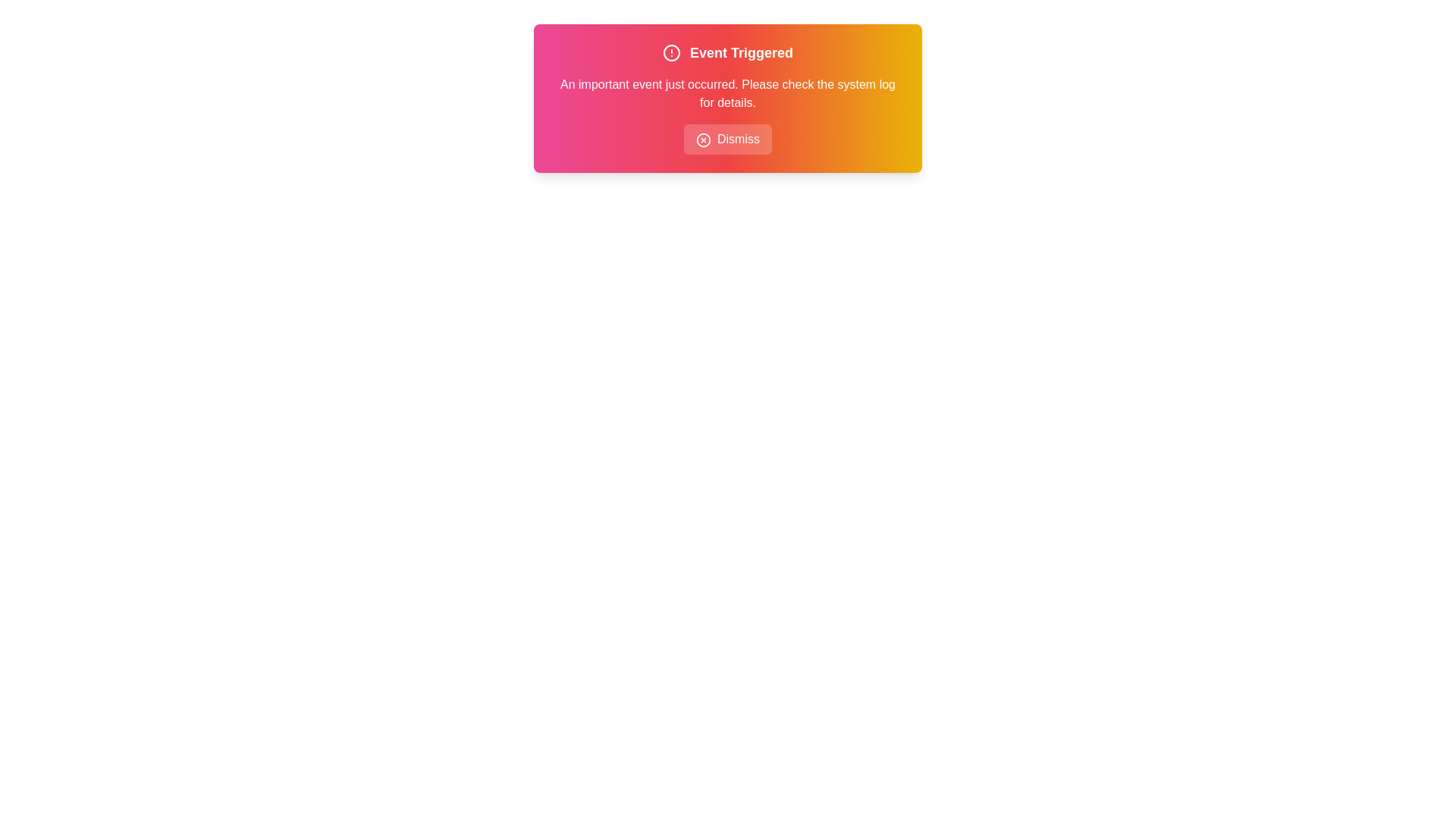 The width and height of the screenshot is (1456, 819). What do you see at coordinates (702, 140) in the screenshot?
I see `the 'Dismiss' button's icon, which is located inside the button to the left of the text label` at bounding box center [702, 140].